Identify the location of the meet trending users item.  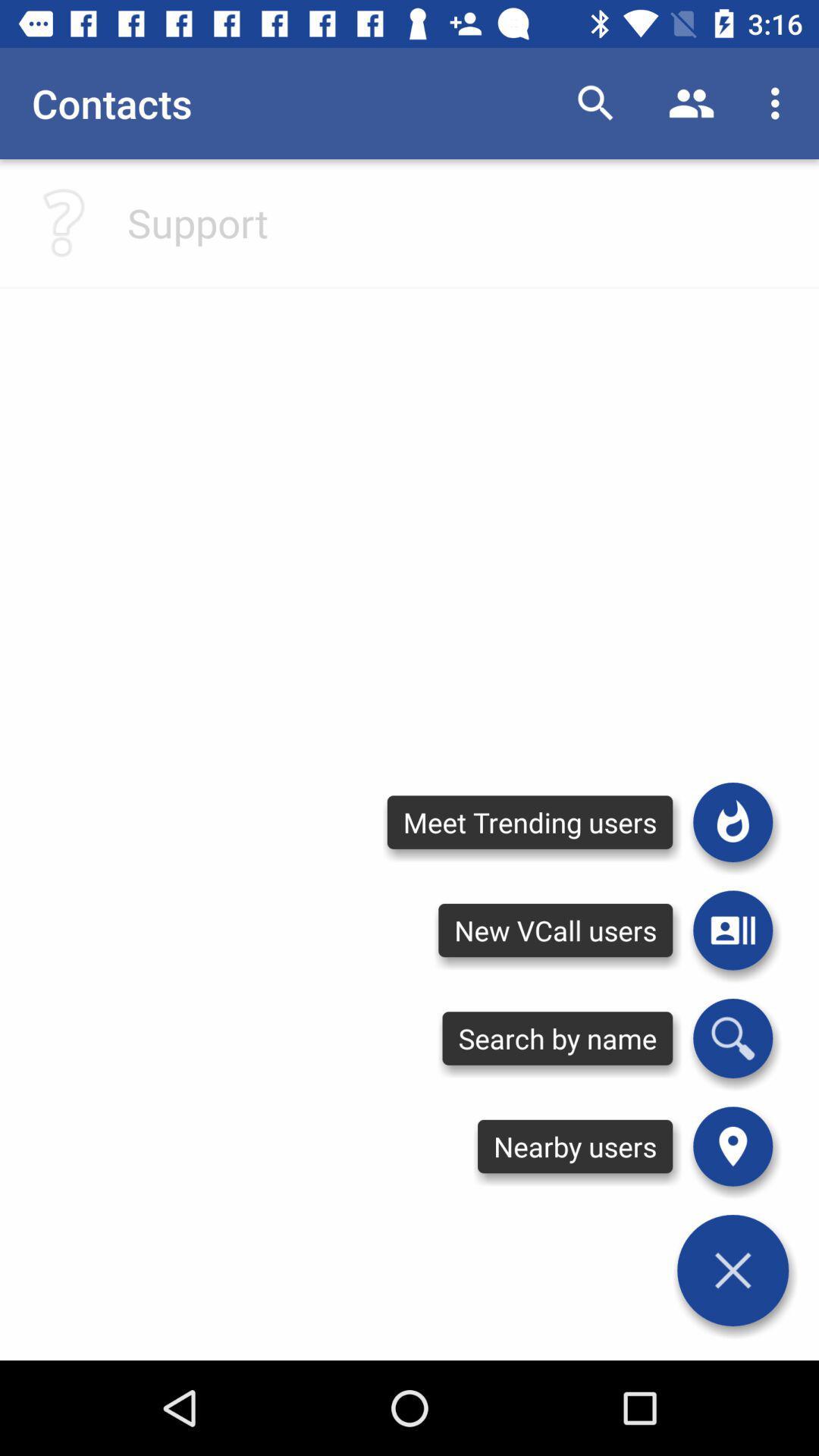
(529, 821).